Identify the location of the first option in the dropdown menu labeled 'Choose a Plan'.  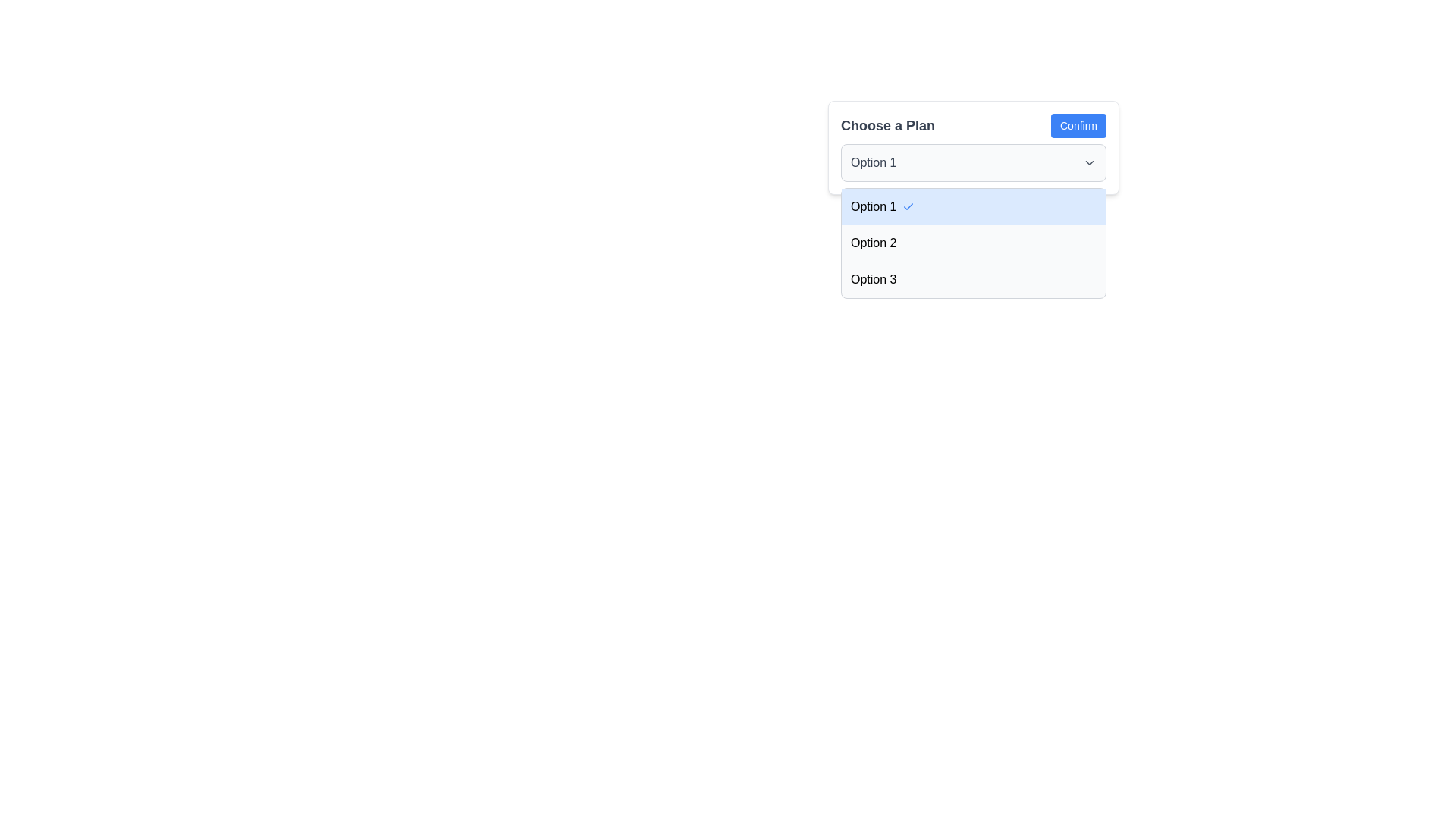
(973, 207).